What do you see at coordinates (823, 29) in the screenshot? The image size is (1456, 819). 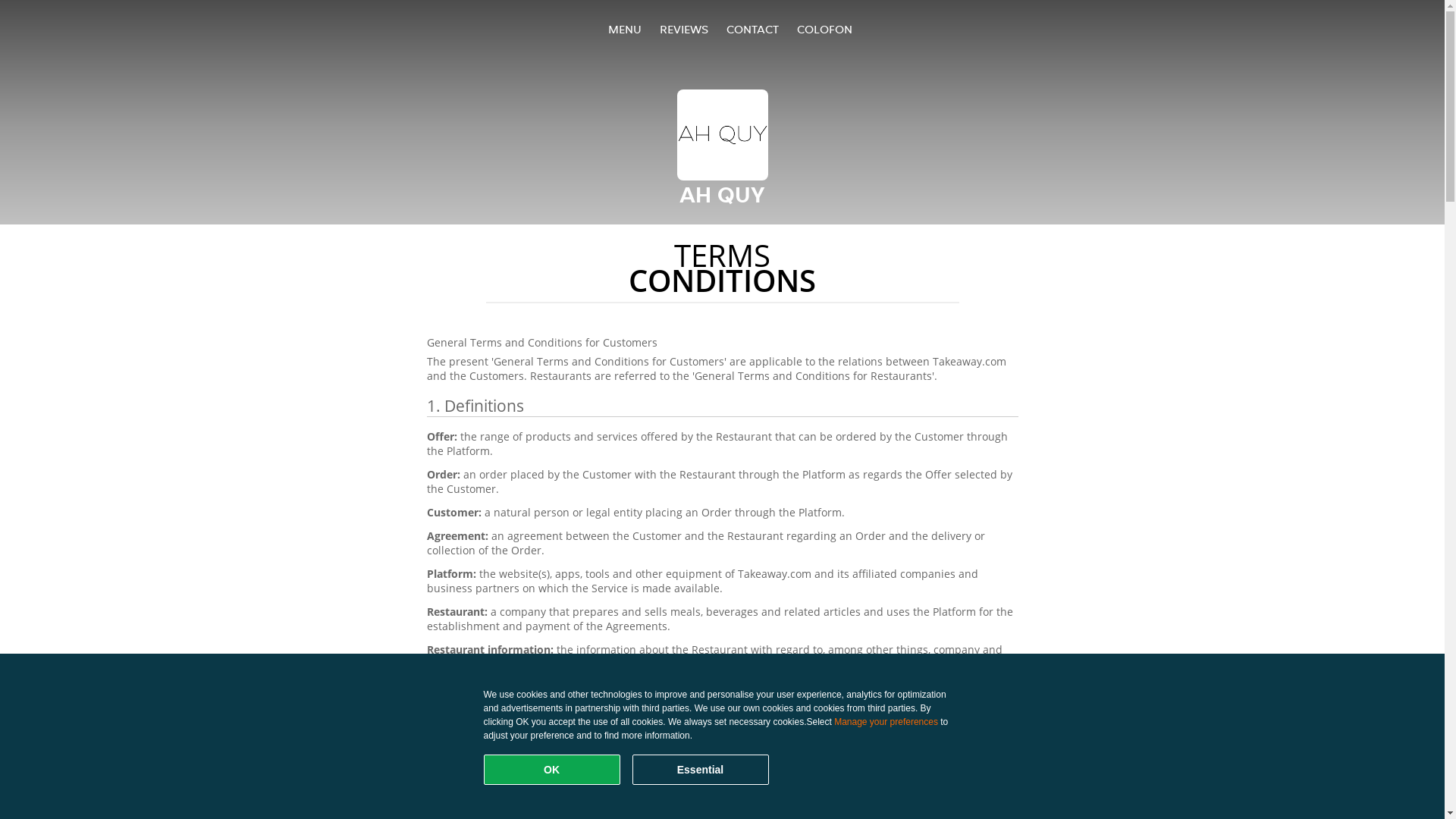 I see `'COLOFON'` at bounding box center [823, 29].